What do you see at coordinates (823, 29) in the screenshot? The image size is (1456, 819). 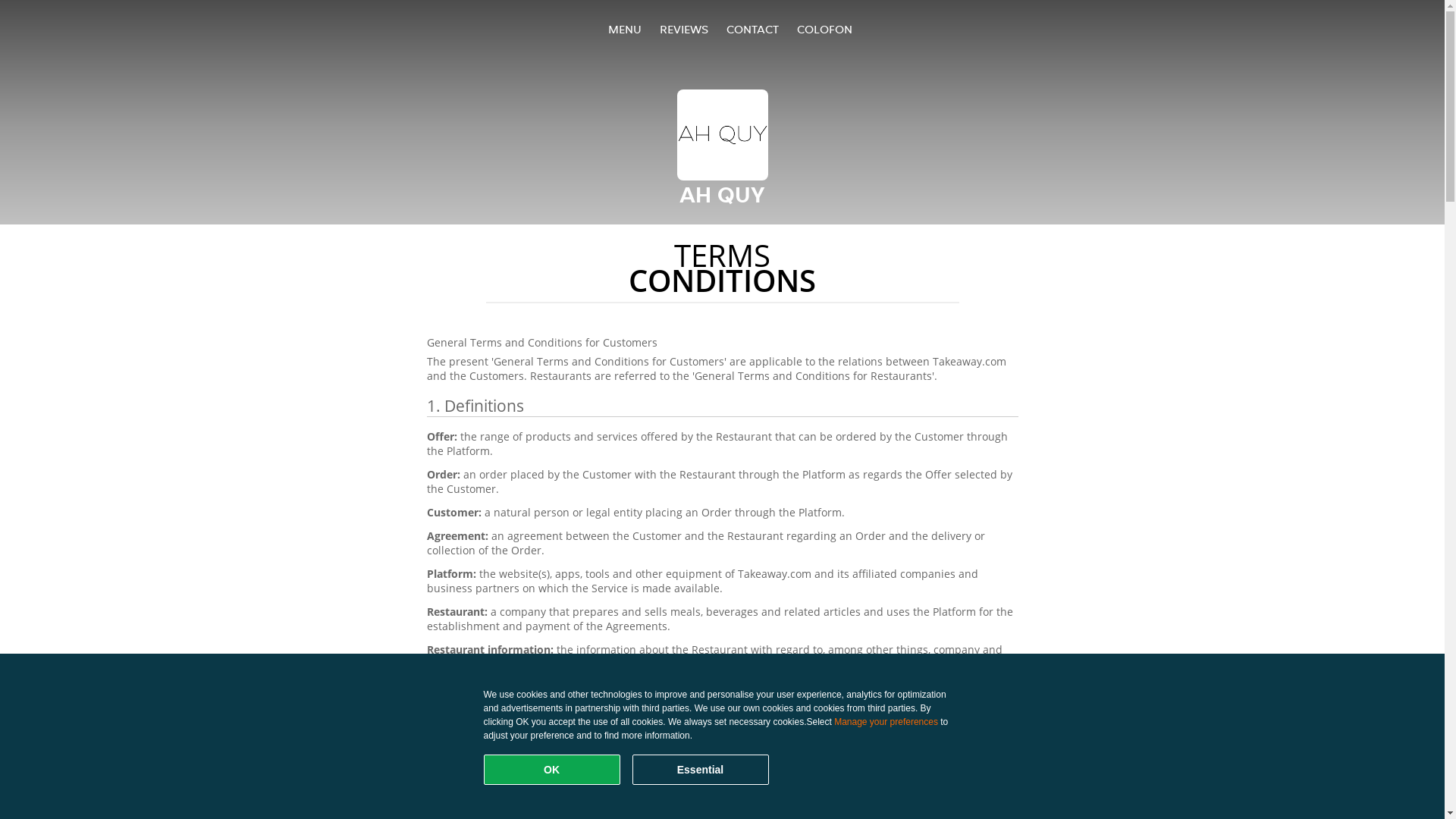 I see `'COLOFON'` at bounding box center [823, 29].